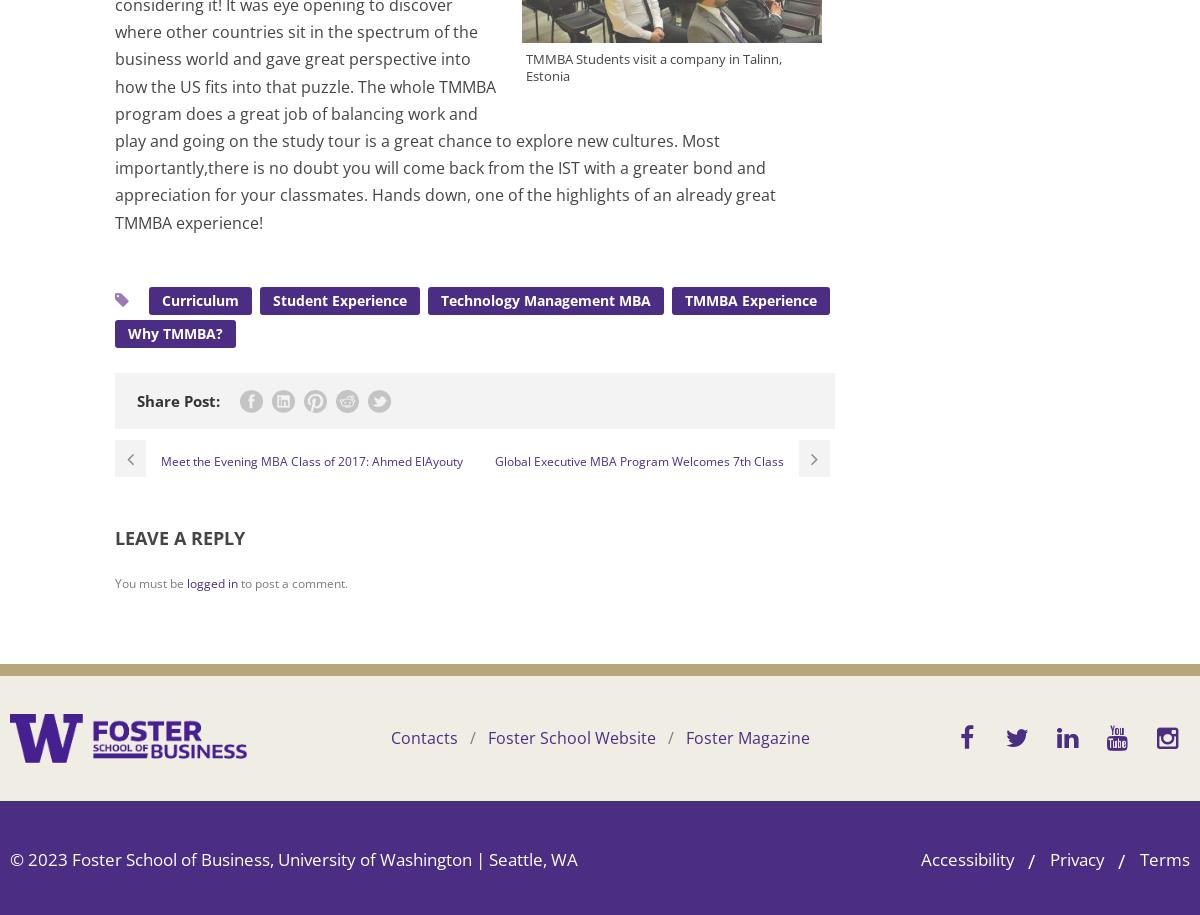 The image size is (1200, 915). Describe the element at coordinates (545, 298) in the screenshot. I see `'Technology Management MBA'` at that location.